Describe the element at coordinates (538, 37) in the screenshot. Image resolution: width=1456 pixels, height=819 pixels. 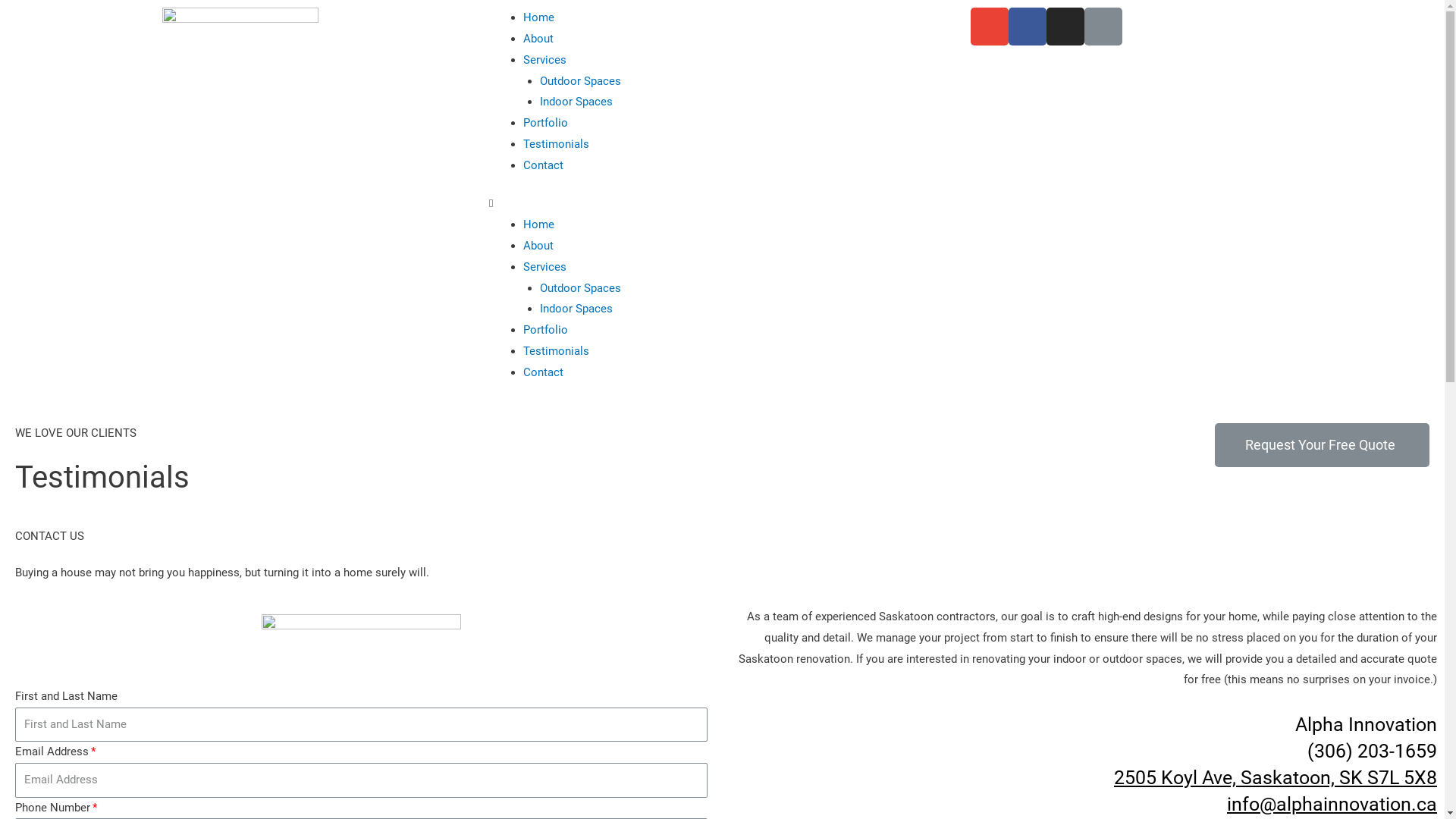
I see `'About'` at that location.